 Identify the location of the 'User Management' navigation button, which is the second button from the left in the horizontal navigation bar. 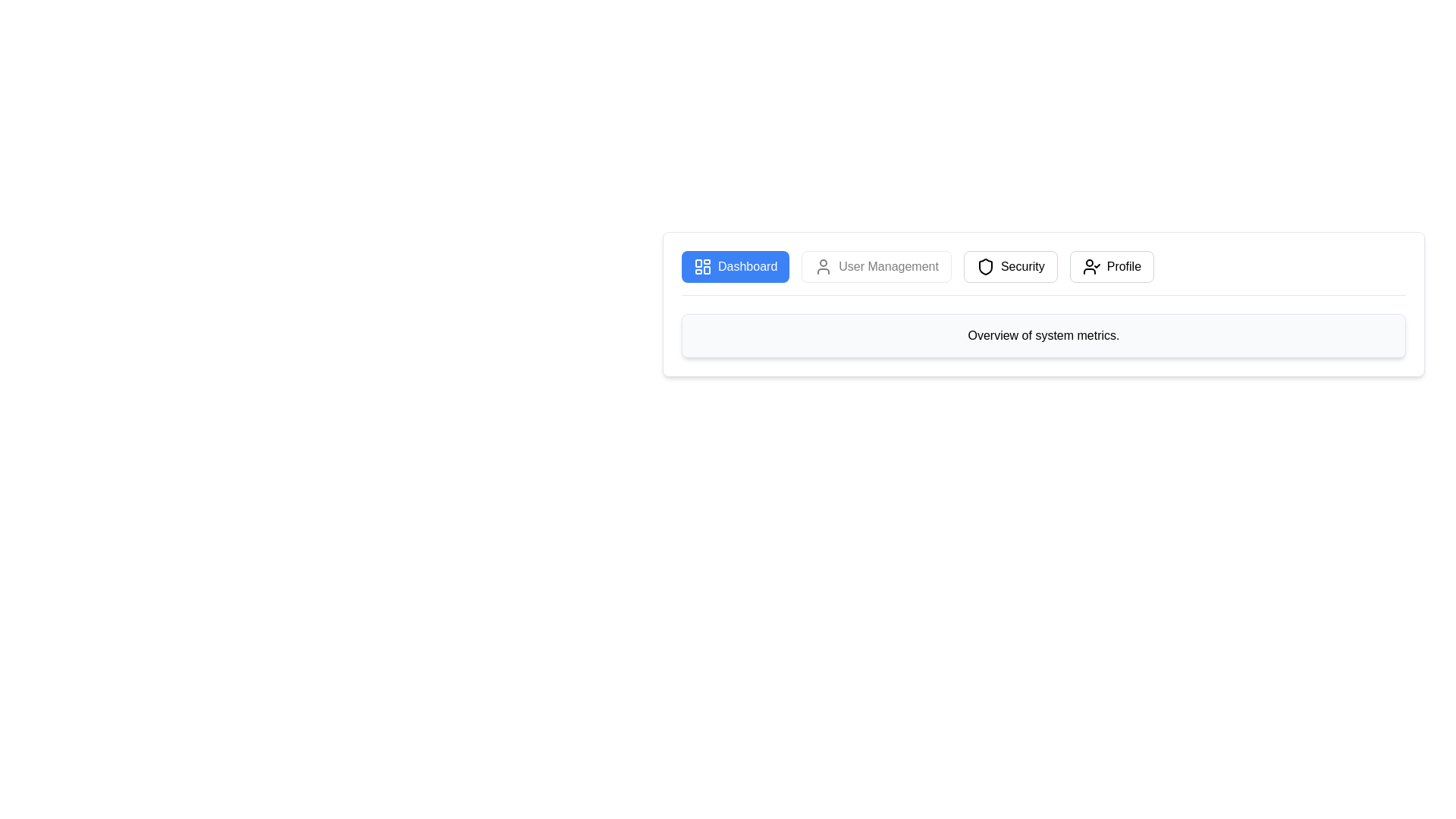
(877, 265).